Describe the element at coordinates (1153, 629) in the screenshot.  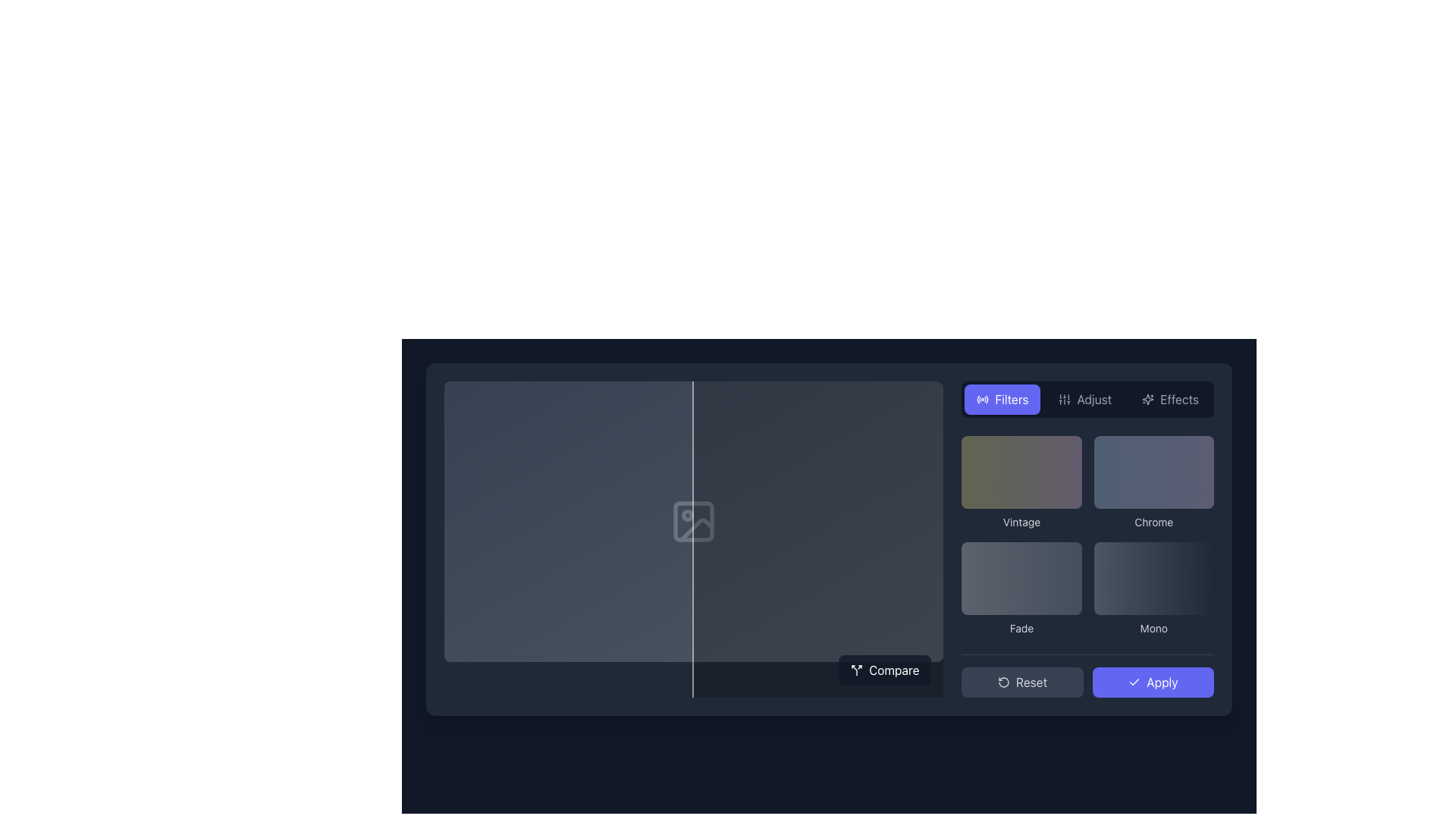
I see `the text label containing the word 'Mono', which is styled with a light gray color and centered alignment beneath a gradient-styled rectangular element` at that location.